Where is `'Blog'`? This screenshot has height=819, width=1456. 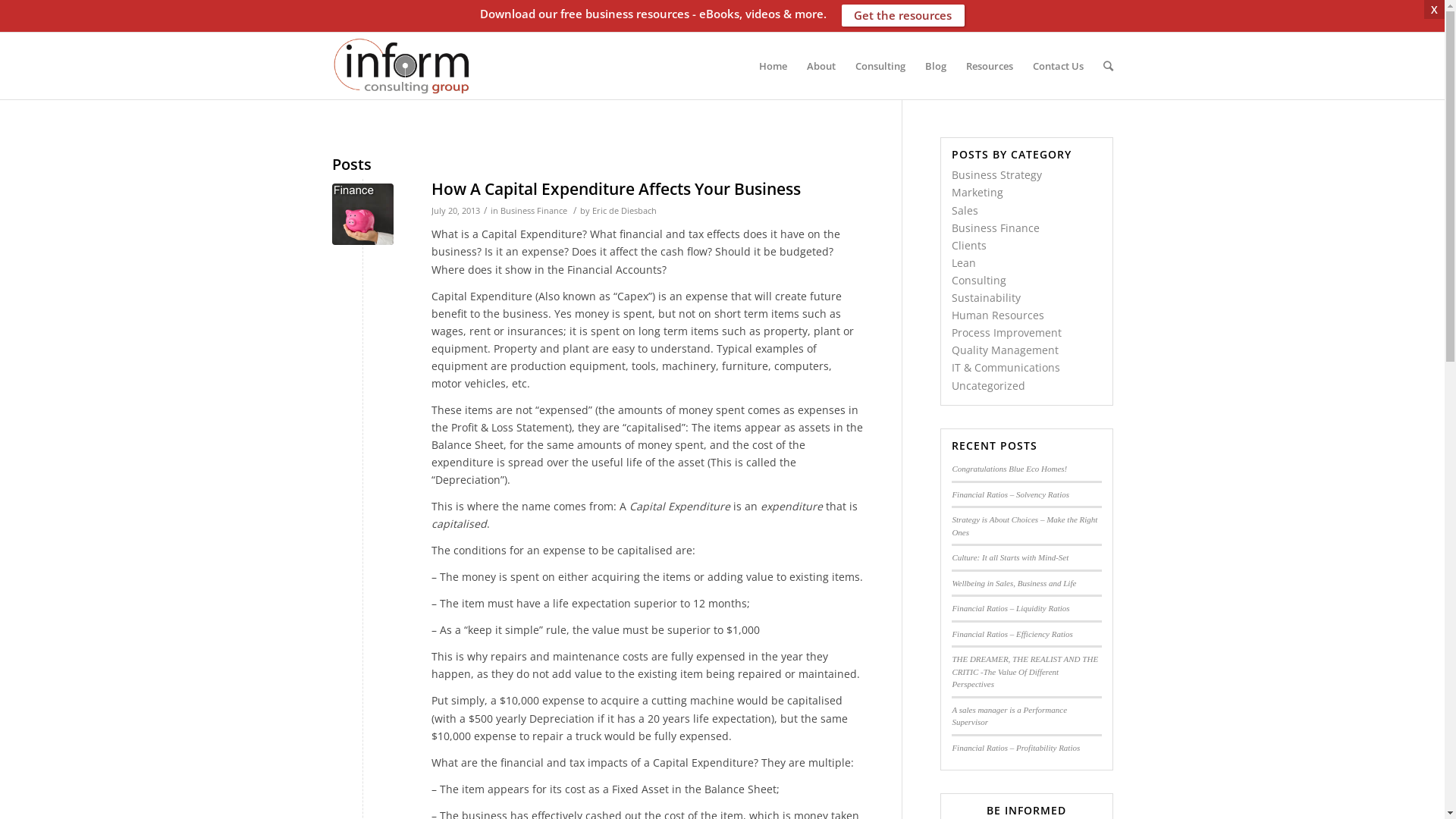
'Blog' is located at coordinates (934, 65).